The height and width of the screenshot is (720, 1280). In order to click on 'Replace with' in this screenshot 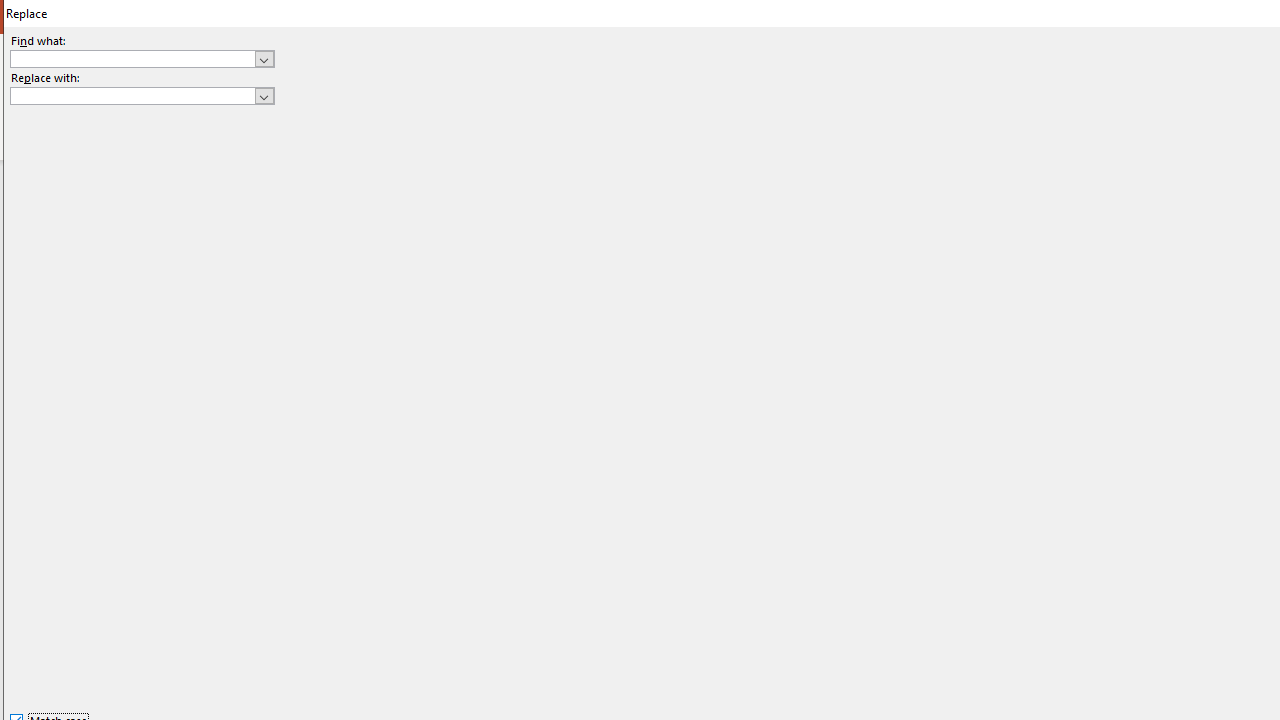, I will do `click(141, 96)`.